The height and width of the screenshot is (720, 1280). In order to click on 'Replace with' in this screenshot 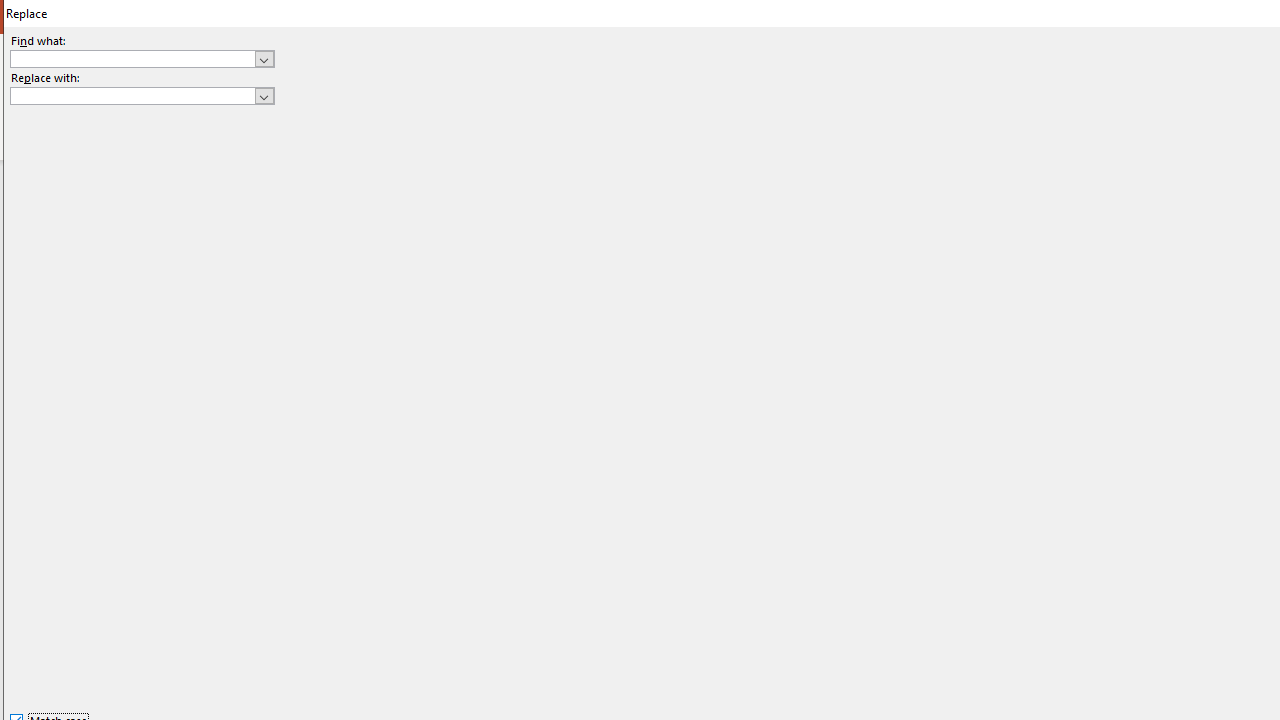, I will do `click(141, 96)`.